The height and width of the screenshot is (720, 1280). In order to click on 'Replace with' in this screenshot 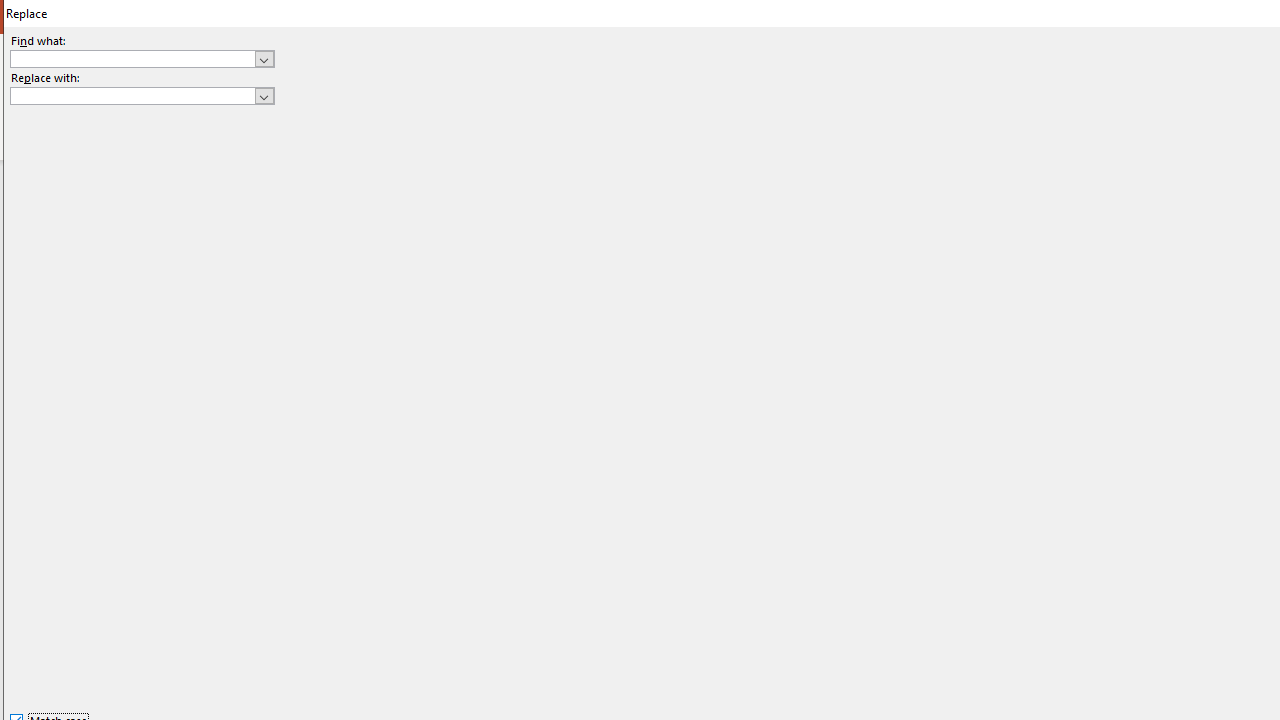, I will do `click(141, 96)`.